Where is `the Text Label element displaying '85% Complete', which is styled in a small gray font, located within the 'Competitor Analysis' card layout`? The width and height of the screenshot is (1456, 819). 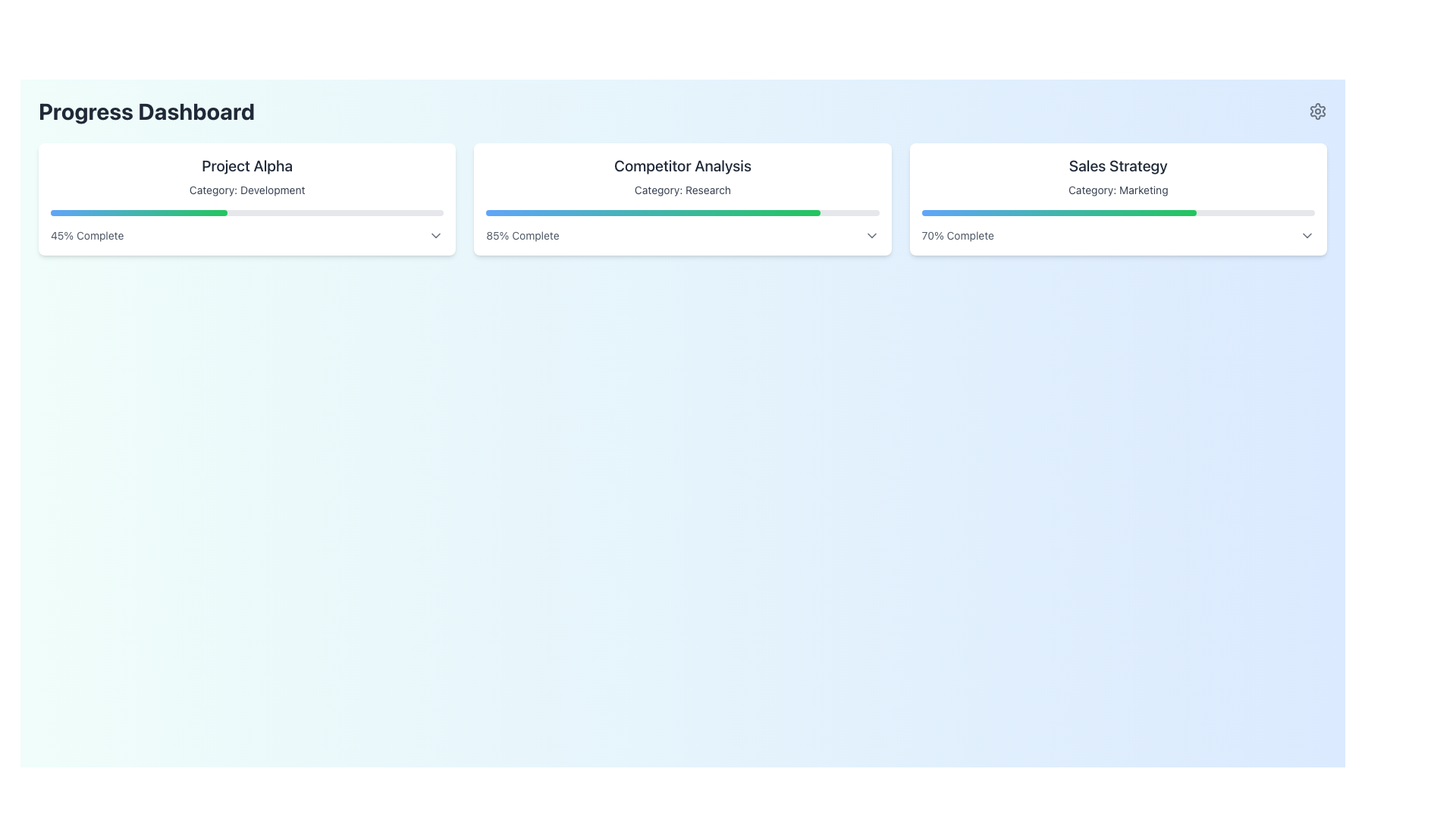
the Text Label element displaying '85% Complete', which is styled in a small gray font, located within the 'Competitor Analysis' card layout is located at coordinates (522, 236).